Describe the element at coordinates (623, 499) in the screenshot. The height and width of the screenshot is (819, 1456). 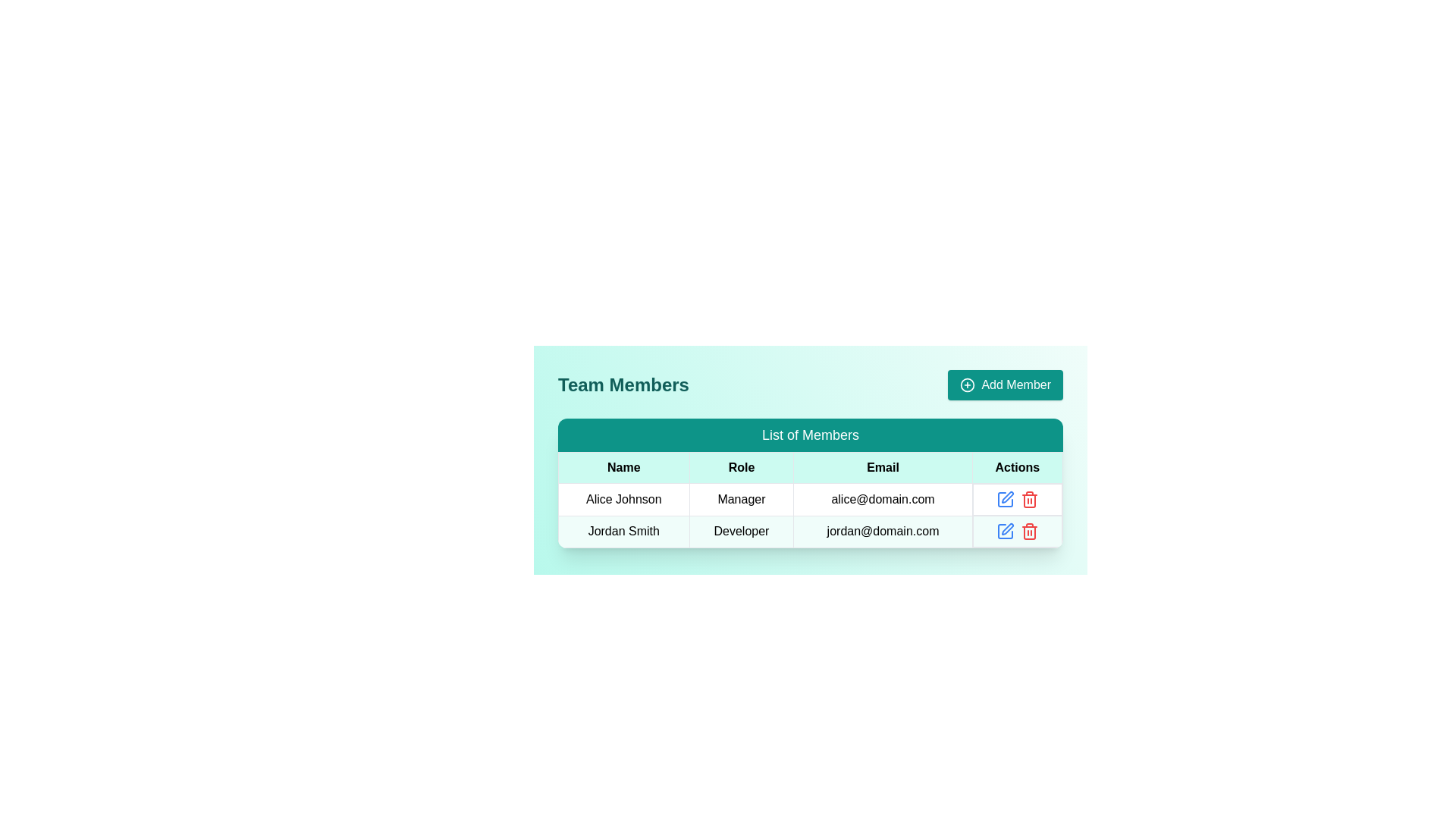
I see `the text label in the first cell of the 'List of Members' table that displays the name 'Alice Johnson'` at that location.